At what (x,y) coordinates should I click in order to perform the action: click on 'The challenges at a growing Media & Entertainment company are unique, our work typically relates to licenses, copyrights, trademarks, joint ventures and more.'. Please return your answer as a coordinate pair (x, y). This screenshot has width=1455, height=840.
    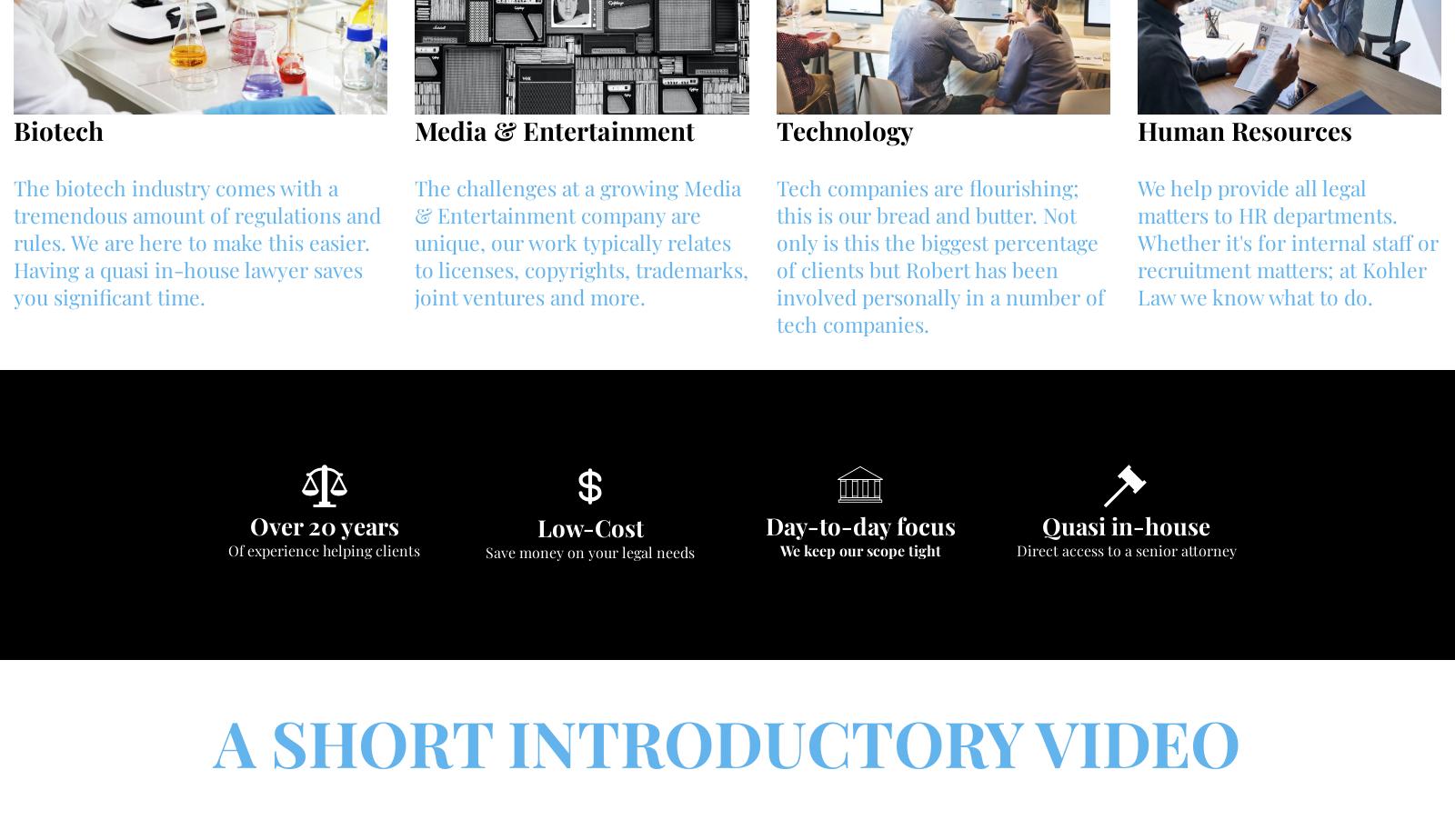
    Looking at the image, I should click on (581, 242).